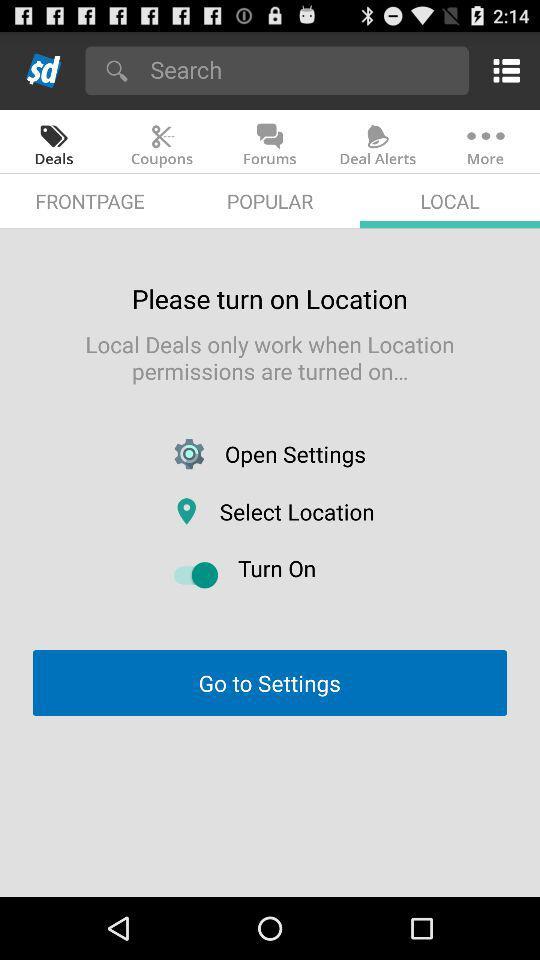 Image resolution: width=540 pixels, height=960 pixels. What do you see at coordinates (270, 201) in the screenshot?
I see `the item next to the frontpage icon` at bounding box center [270, 201].